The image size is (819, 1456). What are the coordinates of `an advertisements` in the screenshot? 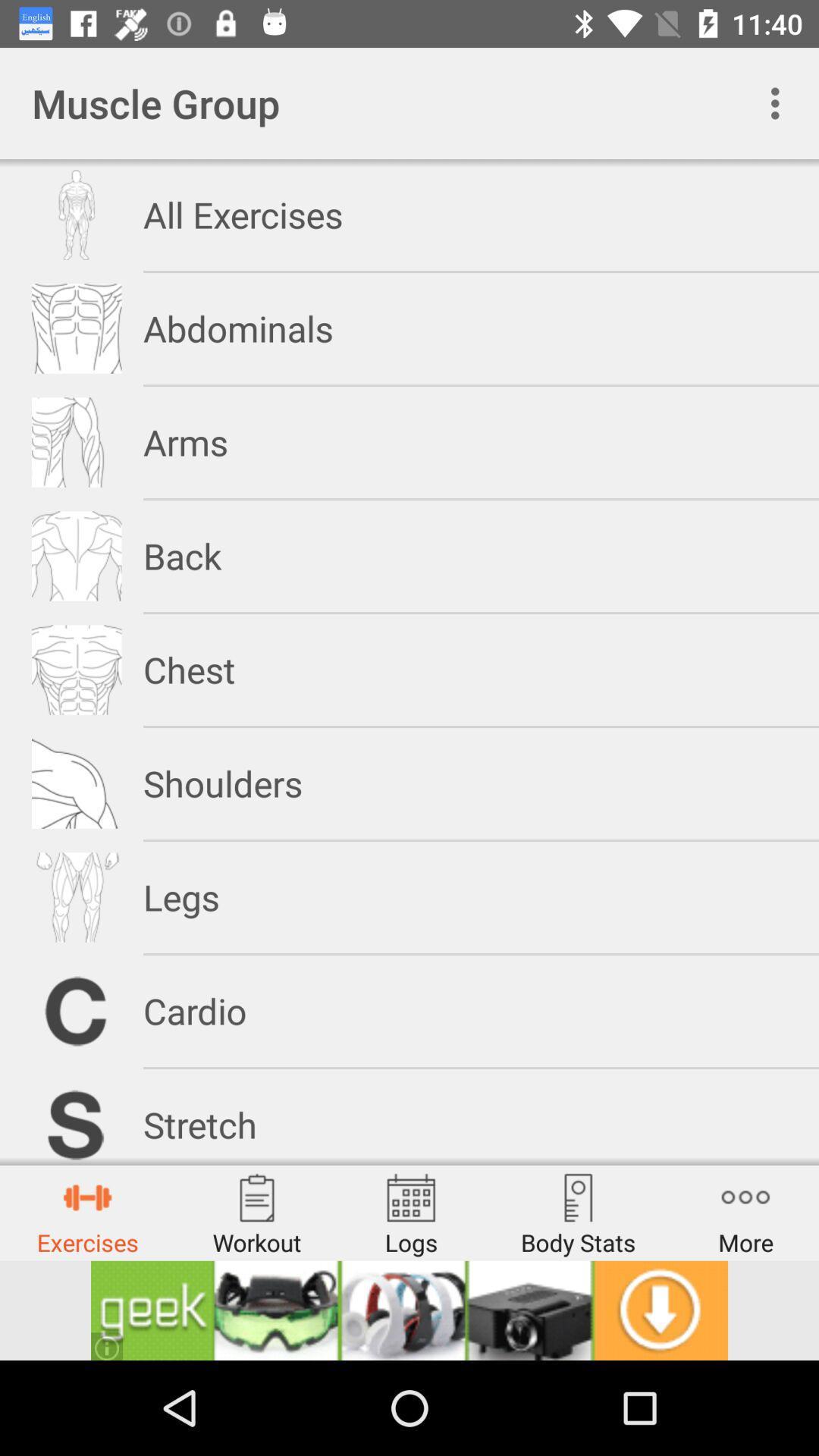 It's located at (409, 1310).